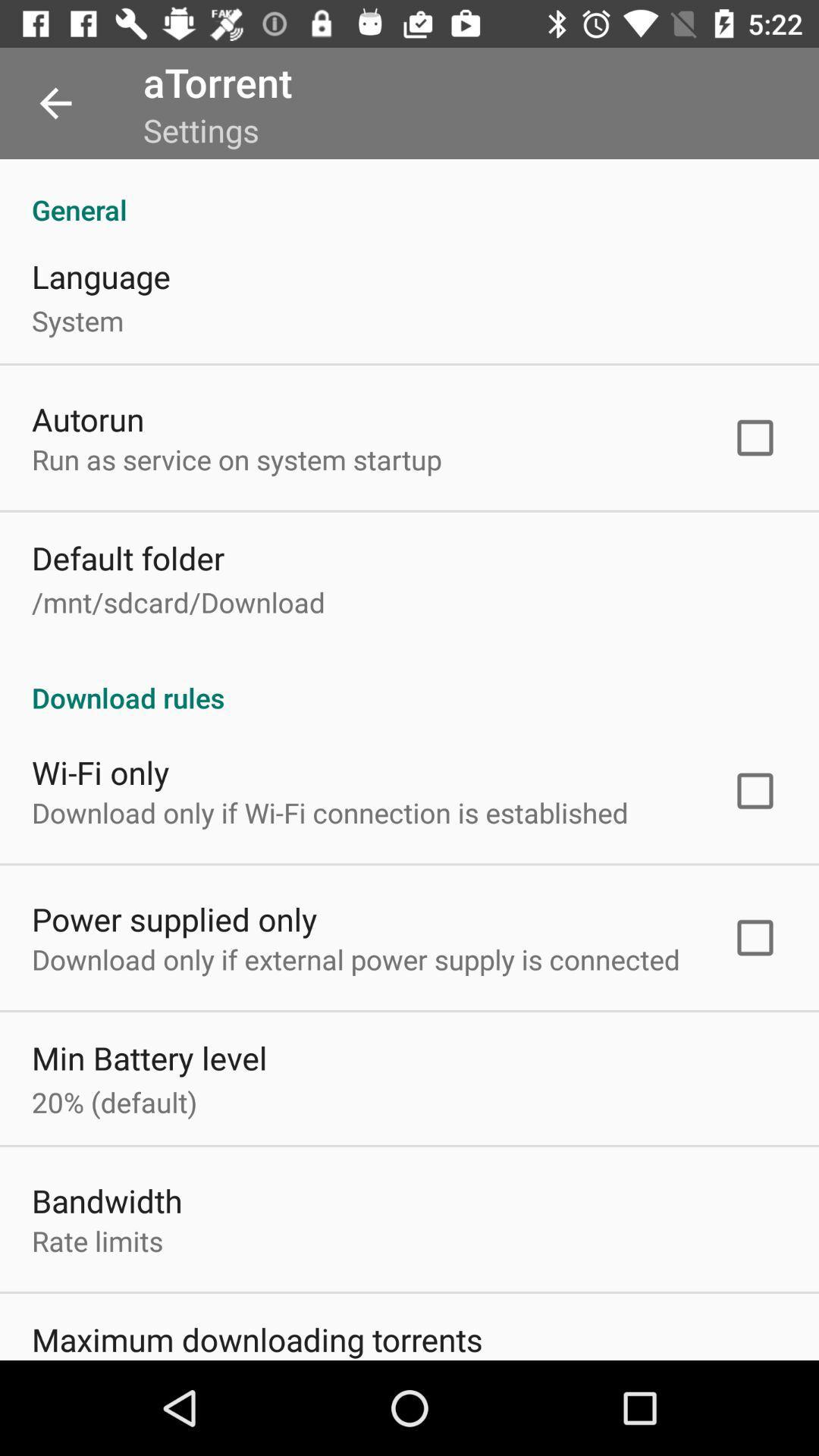 This screenshot has width=819, height=1456. Describe the element at coordinates (237, 458) in the screenshot. I see `item below autorun` at that location.